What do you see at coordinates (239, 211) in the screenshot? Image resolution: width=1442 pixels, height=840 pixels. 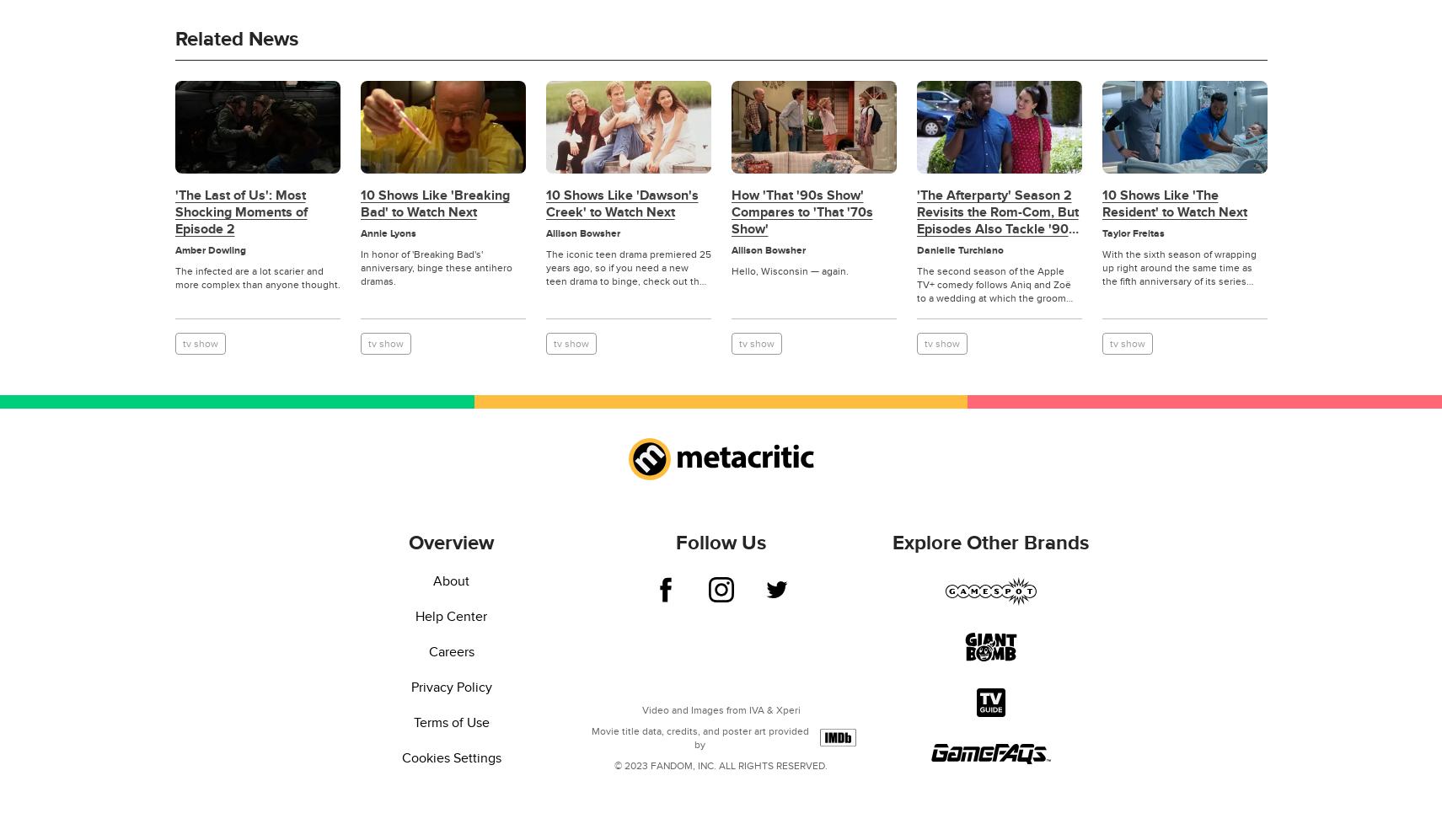 I see `''The Last of Us': Most Shocking Moments of Episode 2'` at bounding box center [239, 211].